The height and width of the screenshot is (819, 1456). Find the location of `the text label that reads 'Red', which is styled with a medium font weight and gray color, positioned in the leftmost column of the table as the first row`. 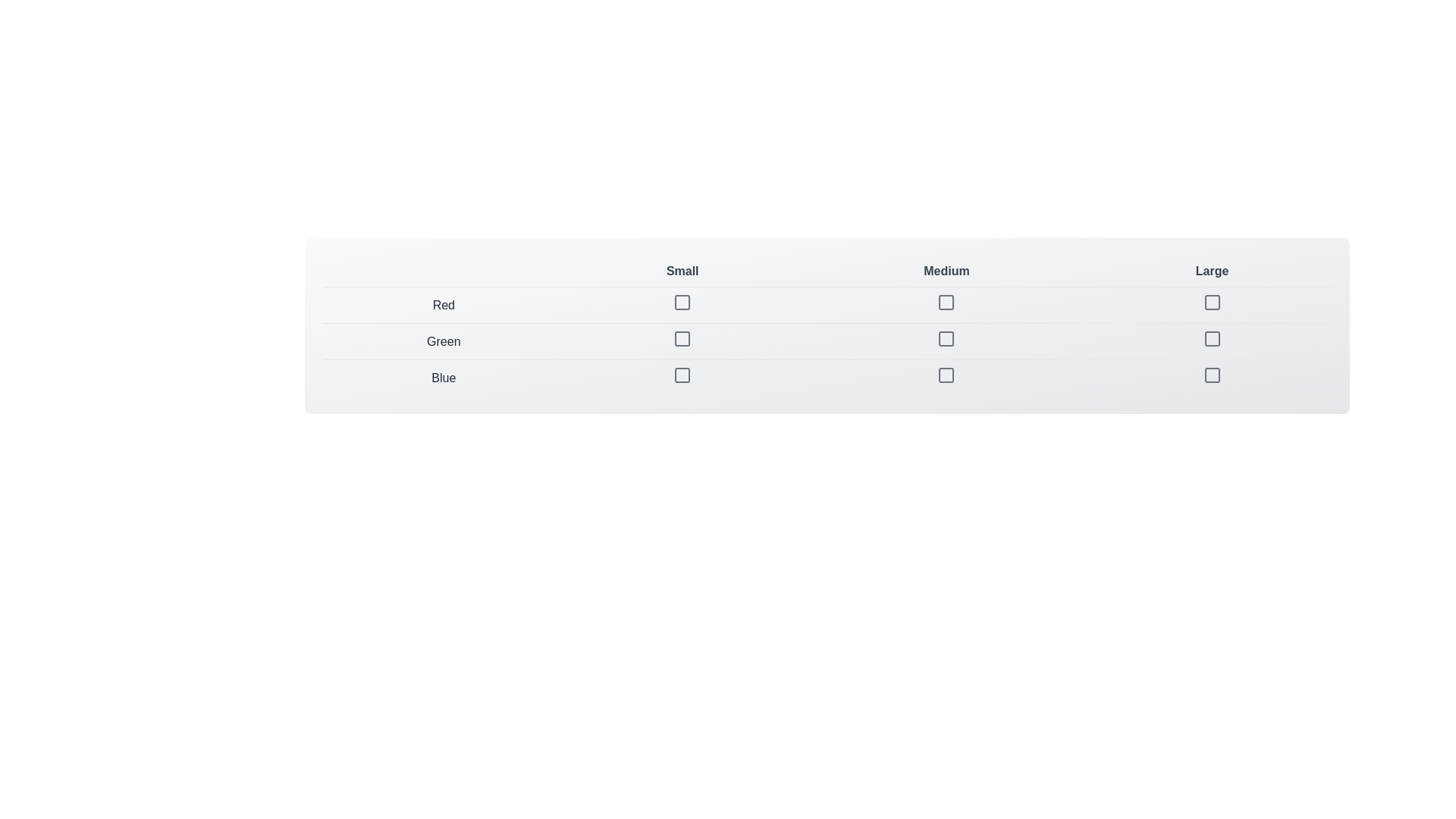

the text label that reads 'Red', which is styled with a medium font weight and gray color, positioned in the leftmost column of the table as the first row is located at coordinates (443, 305).